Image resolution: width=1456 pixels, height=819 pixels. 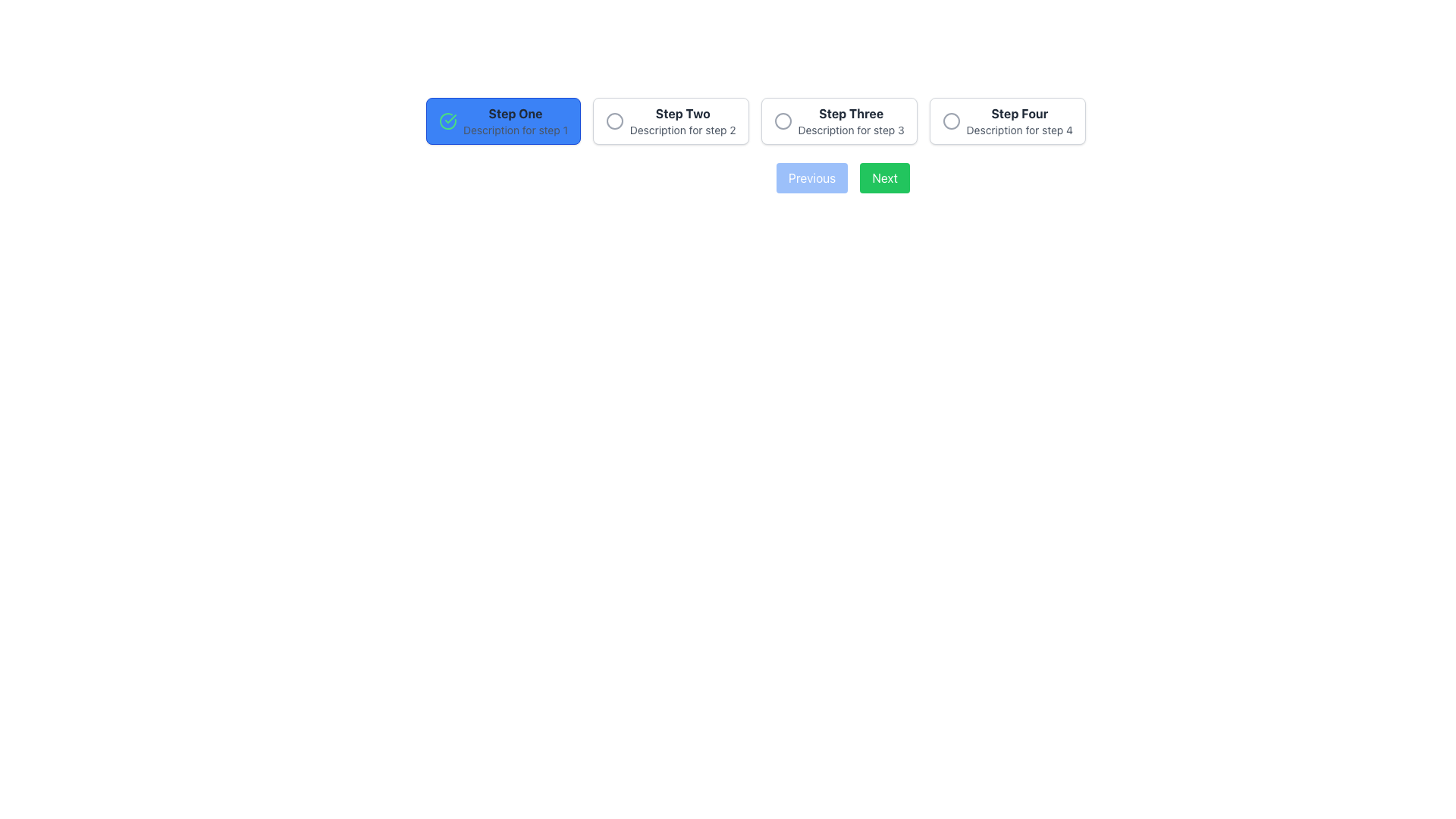 What do you see at coordinates (843, 120) in the screenshot?
I see `the third step of the Multi-step process indicator labeled 'Step Three' located at the top center of the interface` at bounding box center [843, 120].